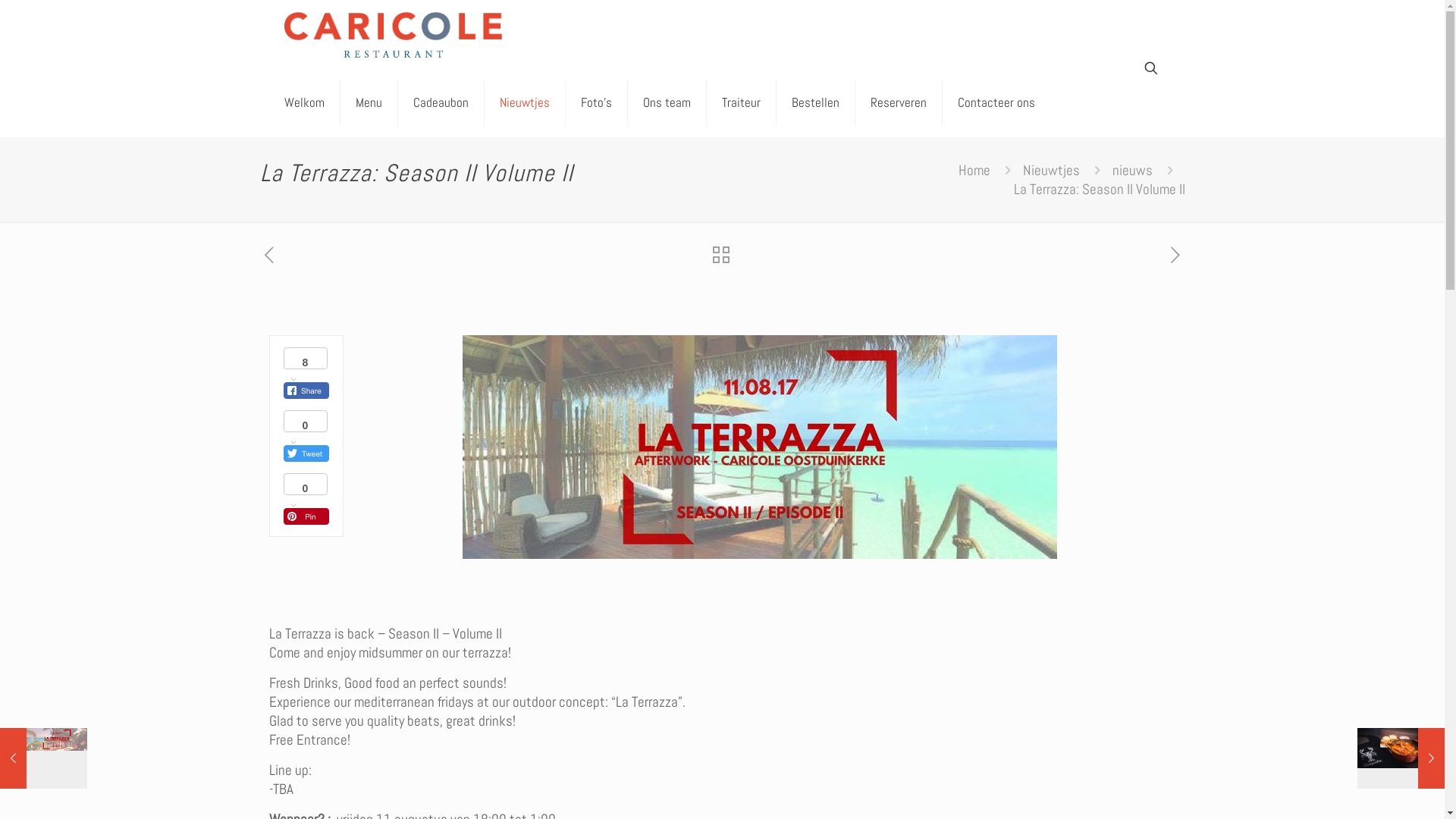 This screenshot has width=1456, height=819. I want to click on 'Menu', so click(368, 102).